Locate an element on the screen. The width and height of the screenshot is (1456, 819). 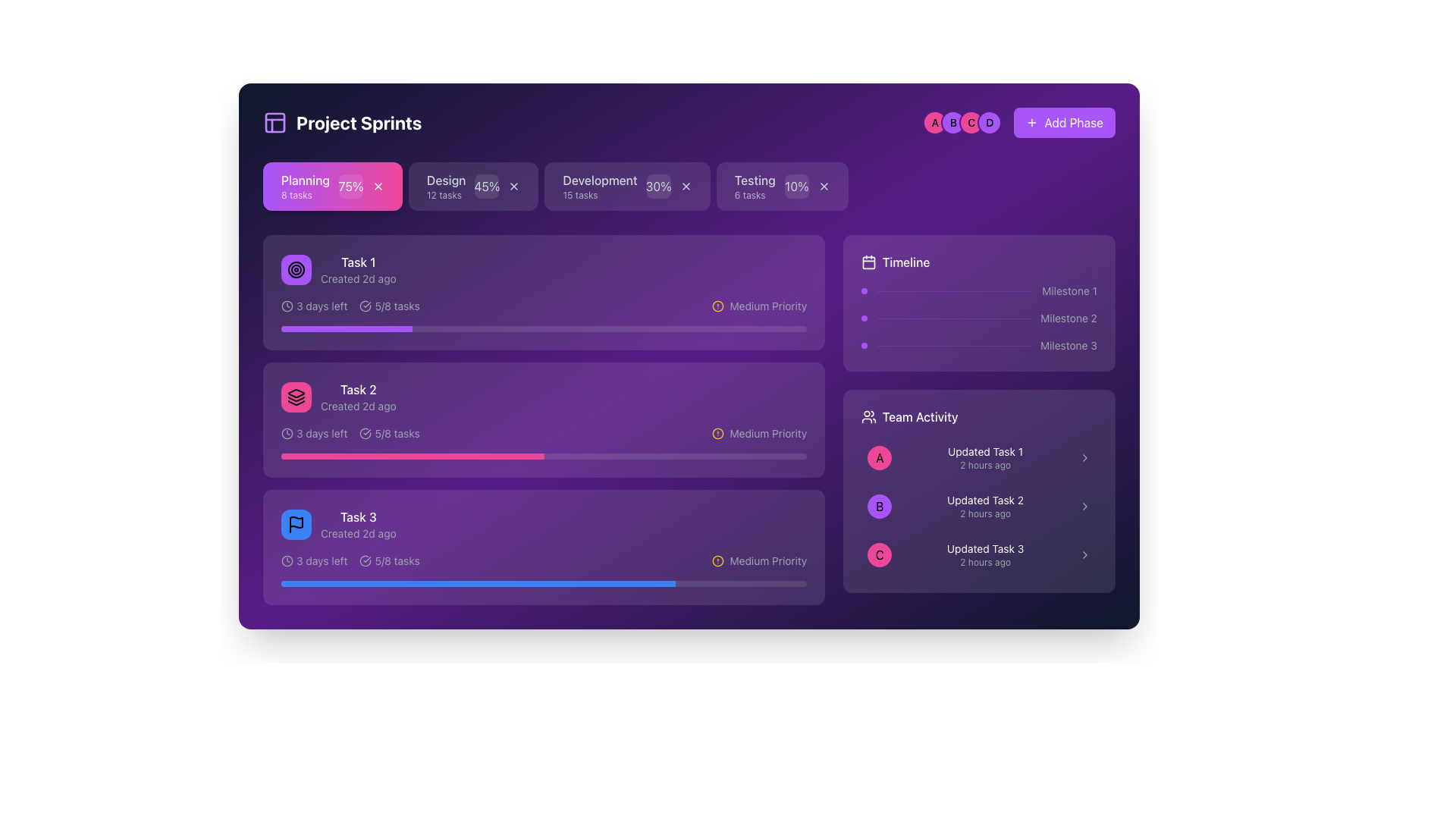
the third list item is located at coordinates (979, 555).